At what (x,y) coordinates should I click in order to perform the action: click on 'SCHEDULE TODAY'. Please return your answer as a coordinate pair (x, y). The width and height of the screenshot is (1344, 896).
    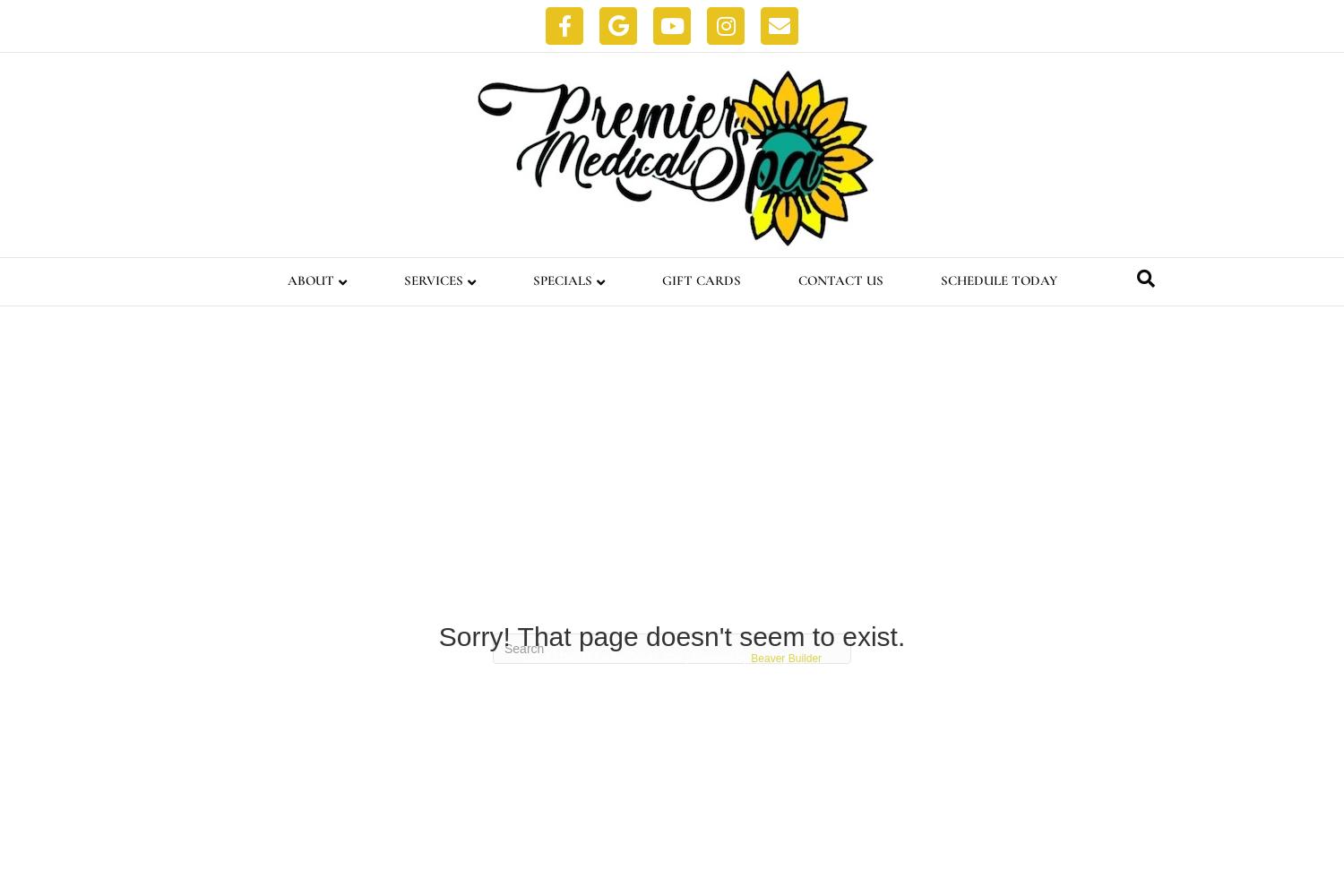
    Looking at the image, I should click on (997, 280).